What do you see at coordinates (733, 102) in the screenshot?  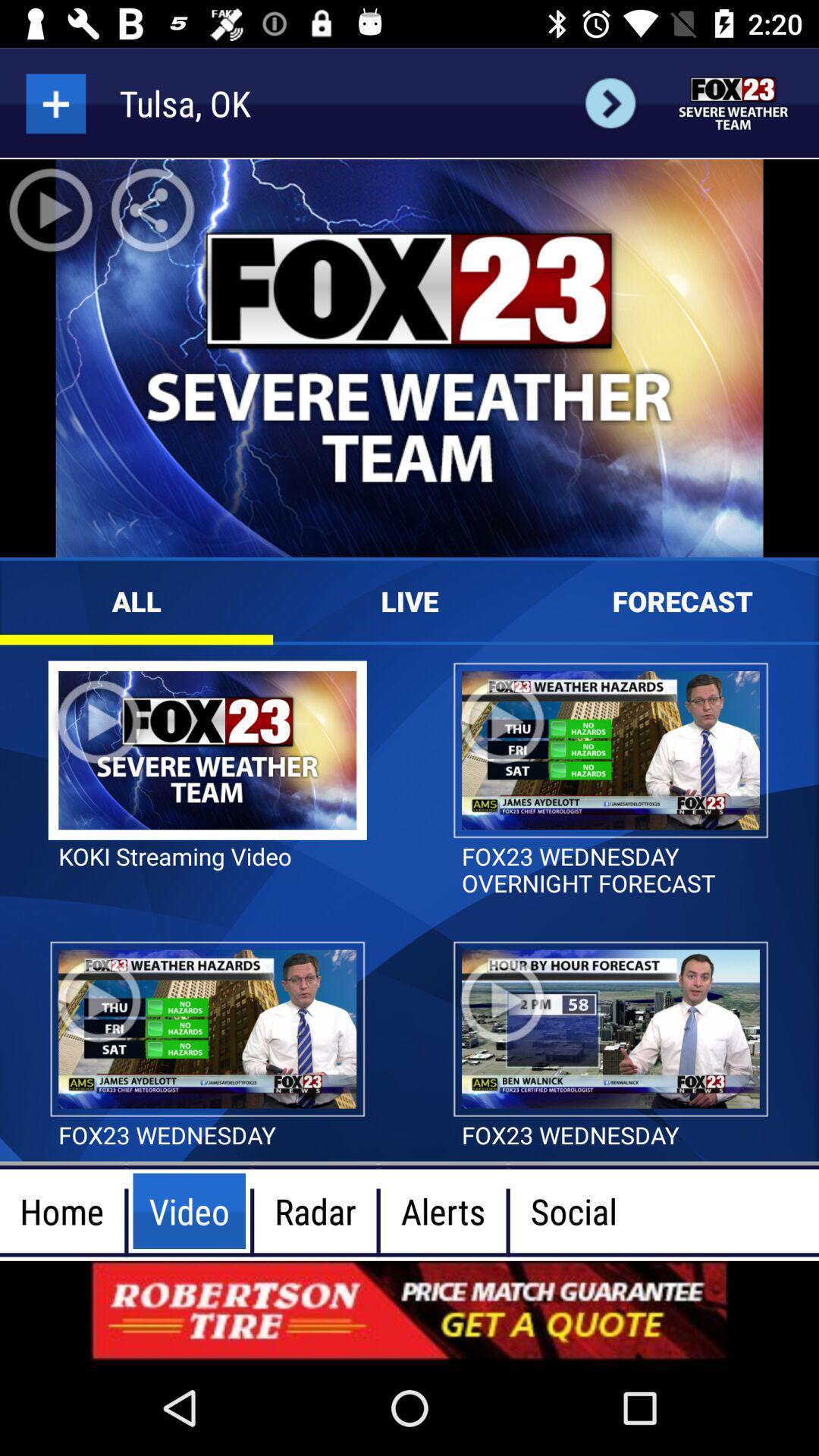 I see `home` at bounding box center [733, 102].